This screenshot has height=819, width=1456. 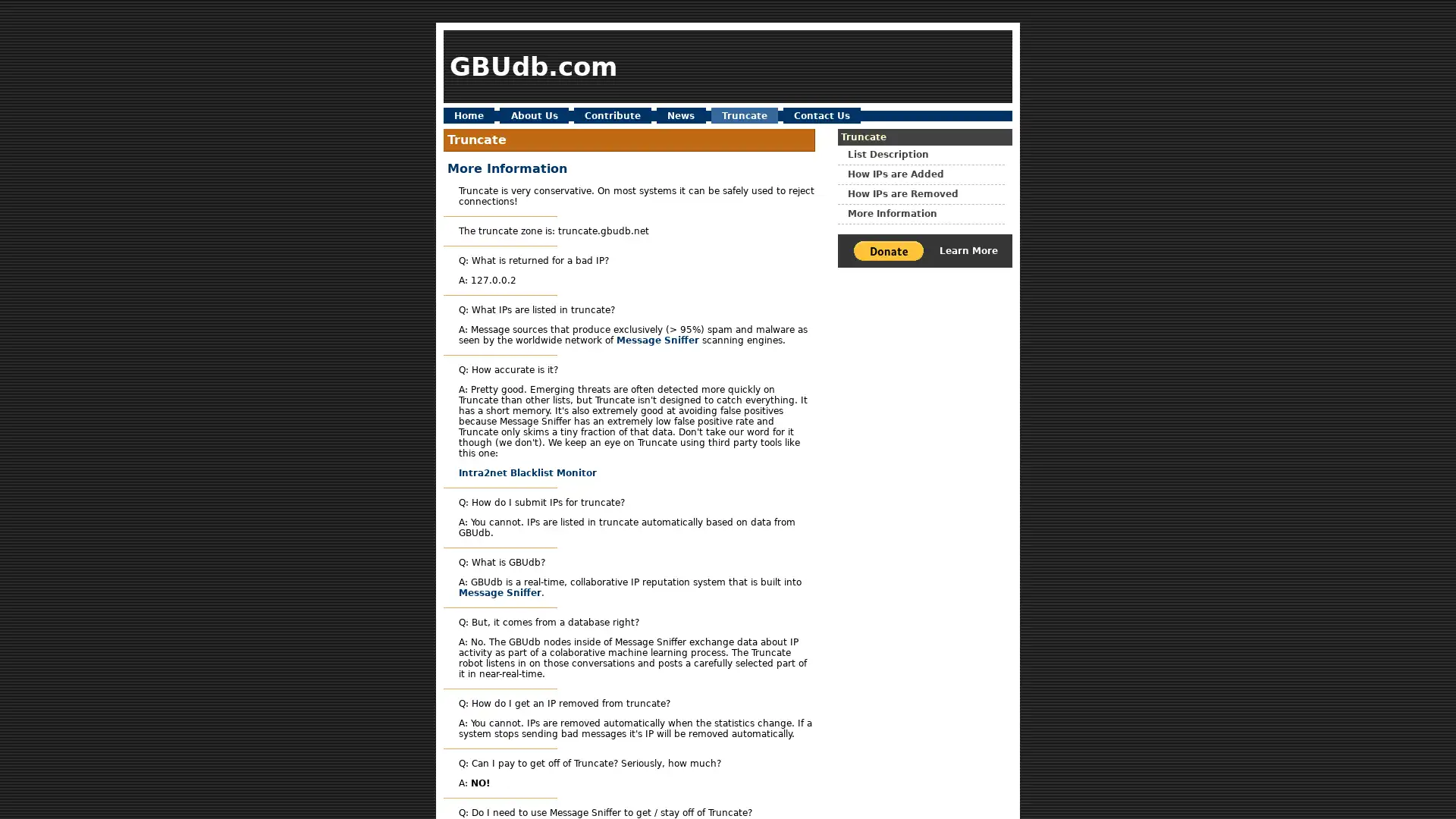 What do you see at coordinates (888, 249) in the screenshot?
I see `PayPal - The safer, easier way to pay online!` at bounding box center [888, 249].